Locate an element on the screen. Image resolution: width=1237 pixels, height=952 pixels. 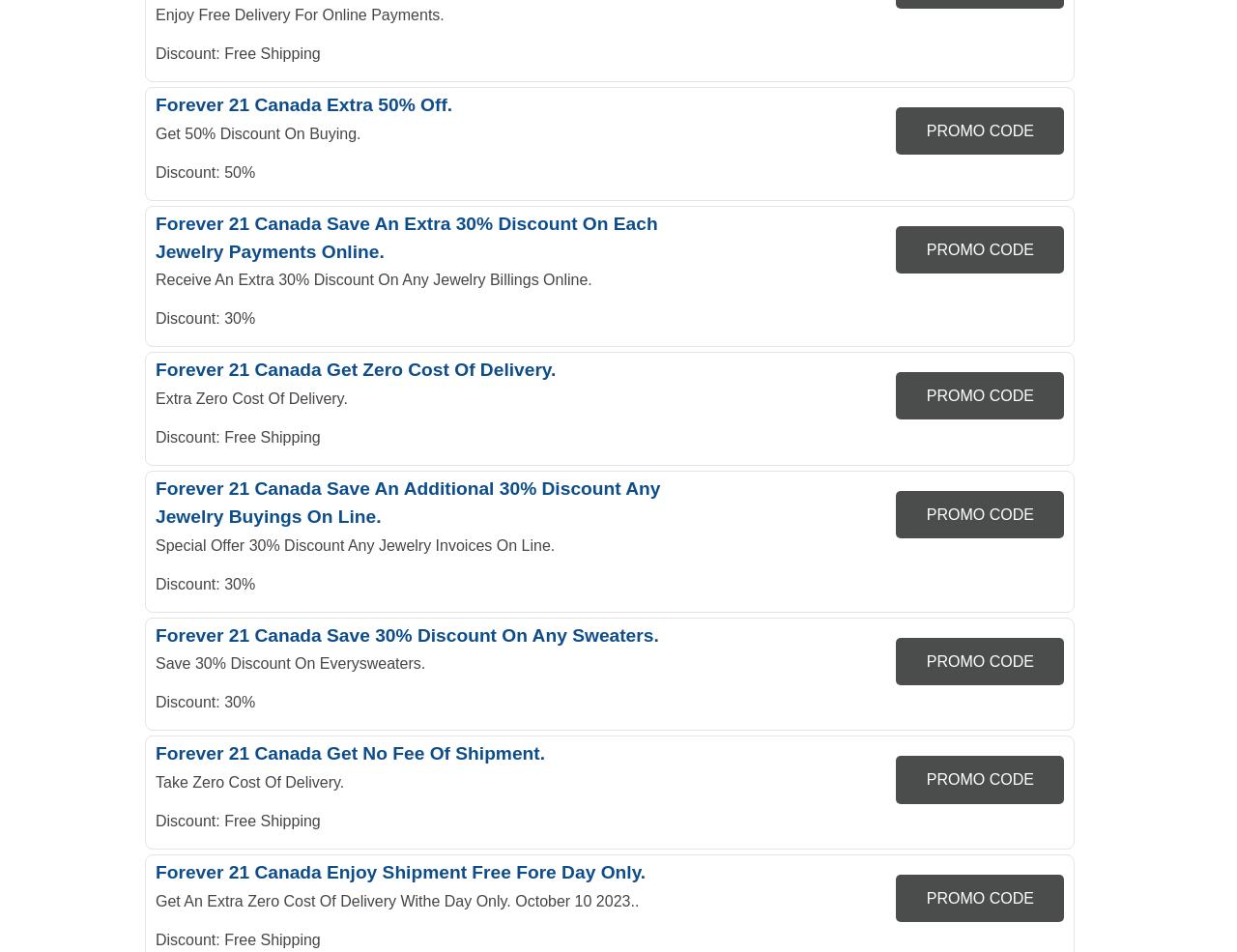
'Get An Extra Zero Cost Of Delivery Withe Day Only. October 10 2023..' is located at coordinates (396, 901).